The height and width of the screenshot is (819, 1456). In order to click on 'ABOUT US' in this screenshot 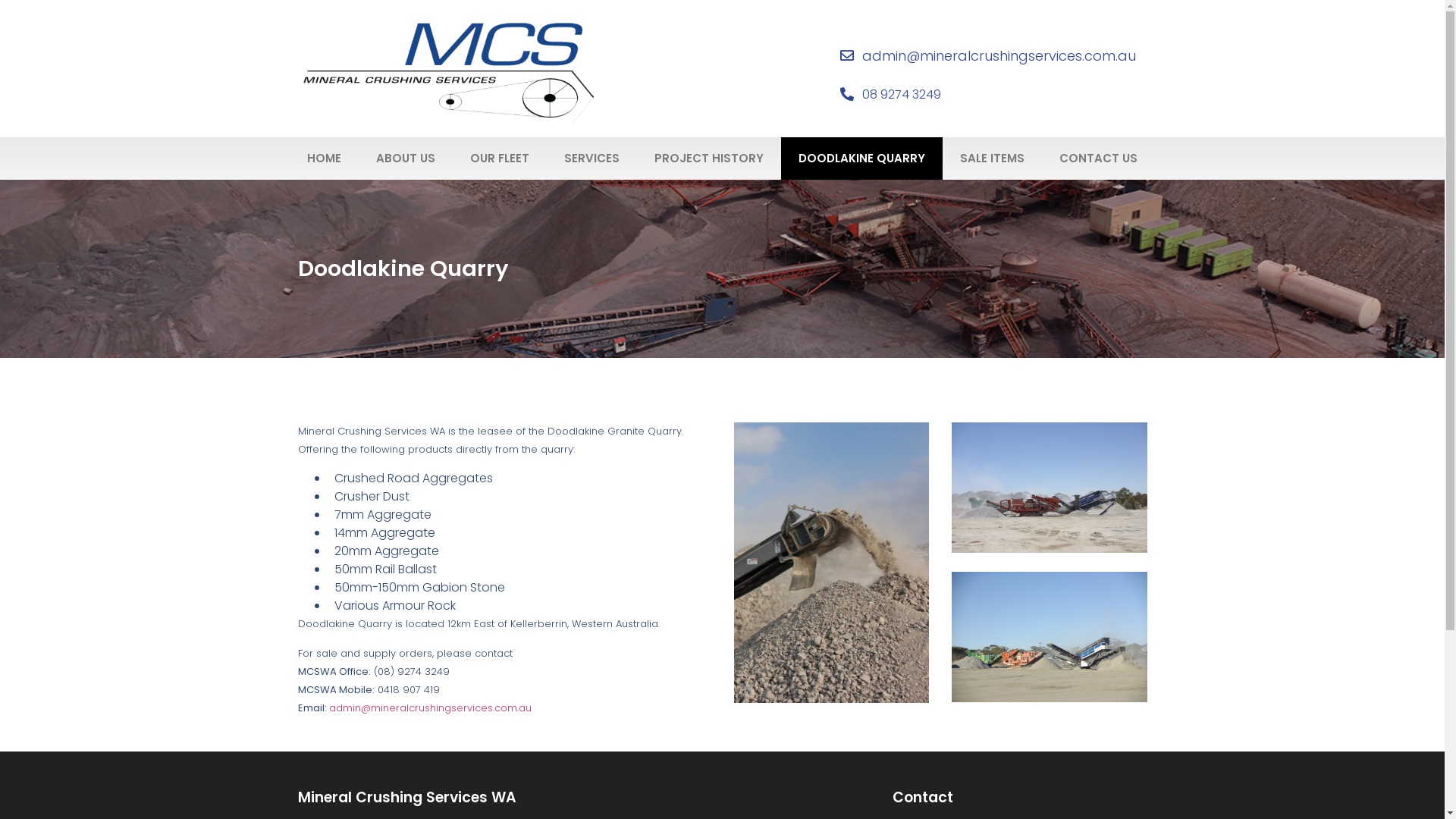, I will do `click(405, 158)`.